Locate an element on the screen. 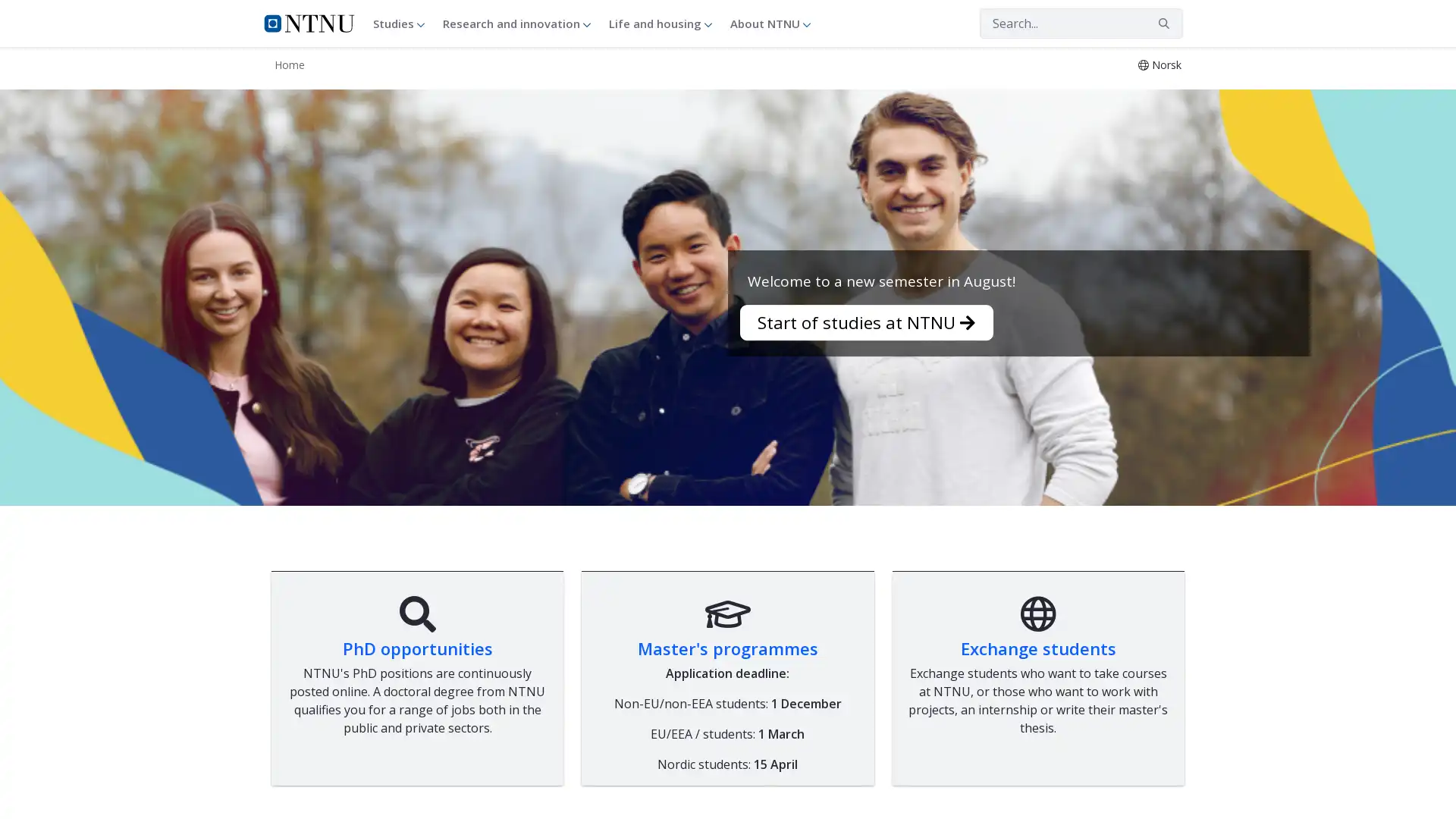 The image size is (1456, 819). Submit is located at coordinates (1163, 23).